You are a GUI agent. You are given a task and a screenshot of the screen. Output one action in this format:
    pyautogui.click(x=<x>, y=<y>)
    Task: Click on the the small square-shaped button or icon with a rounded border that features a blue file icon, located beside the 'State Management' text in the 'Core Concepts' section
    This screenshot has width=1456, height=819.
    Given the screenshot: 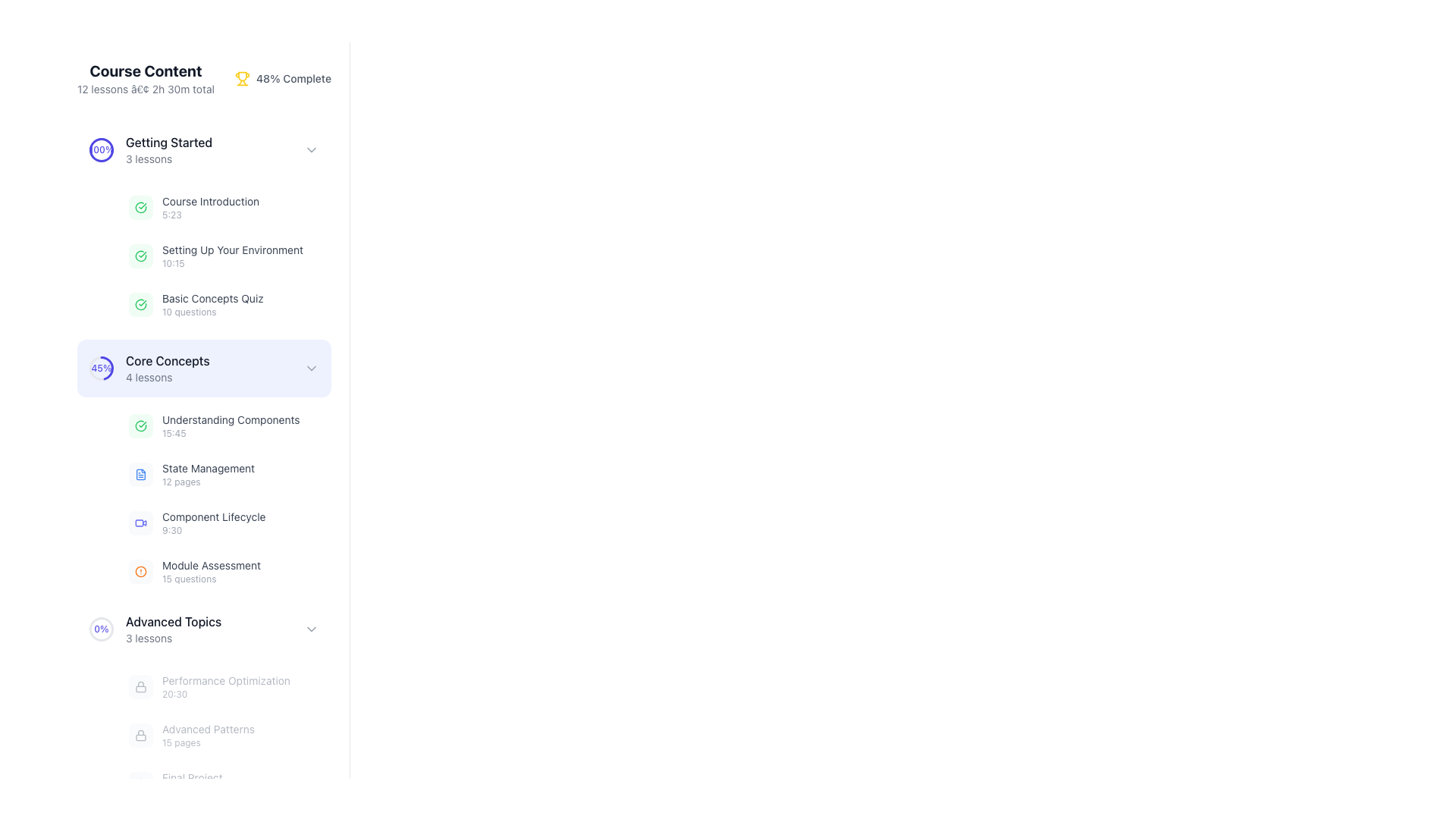 What is the action you would take?
    pyautogui.click(x=141, y=473)
    